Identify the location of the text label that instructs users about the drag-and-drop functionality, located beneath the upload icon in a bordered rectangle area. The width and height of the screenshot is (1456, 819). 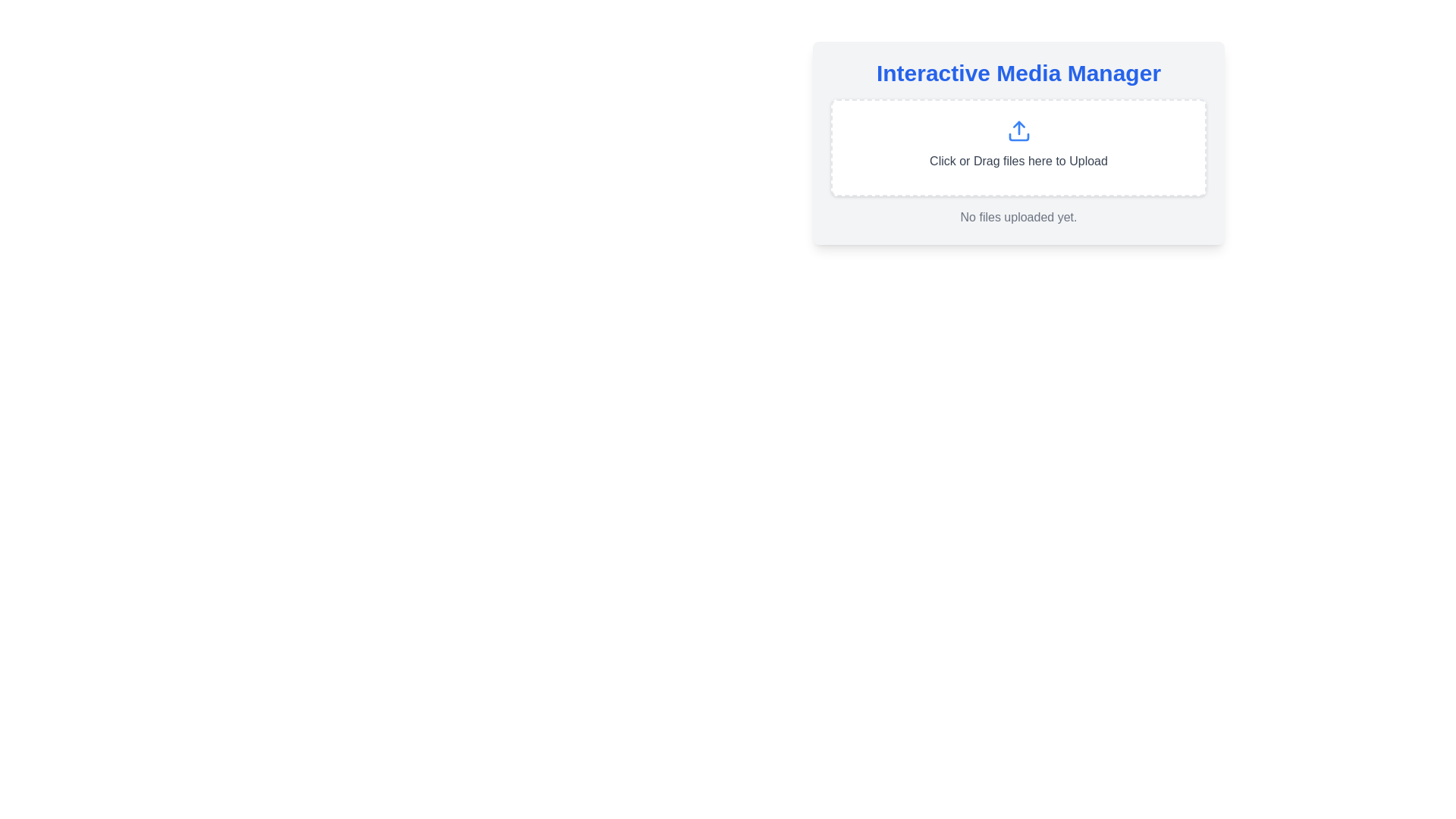
(1018, 161).